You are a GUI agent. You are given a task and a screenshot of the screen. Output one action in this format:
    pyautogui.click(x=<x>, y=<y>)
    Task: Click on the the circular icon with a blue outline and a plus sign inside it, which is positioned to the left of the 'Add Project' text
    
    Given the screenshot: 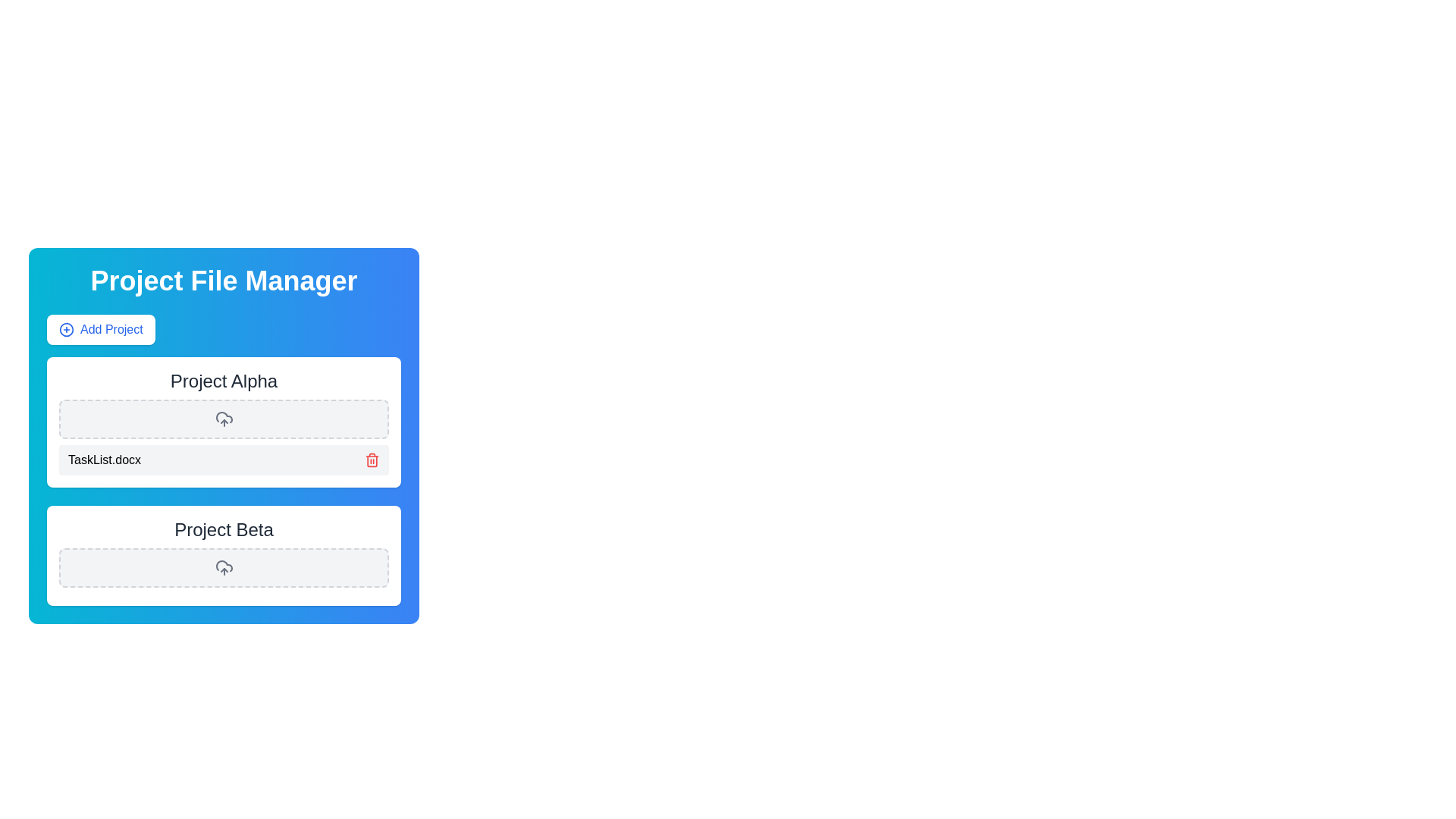 What is the action you would take?
    pyautogui.click(x=65, y=329)
    